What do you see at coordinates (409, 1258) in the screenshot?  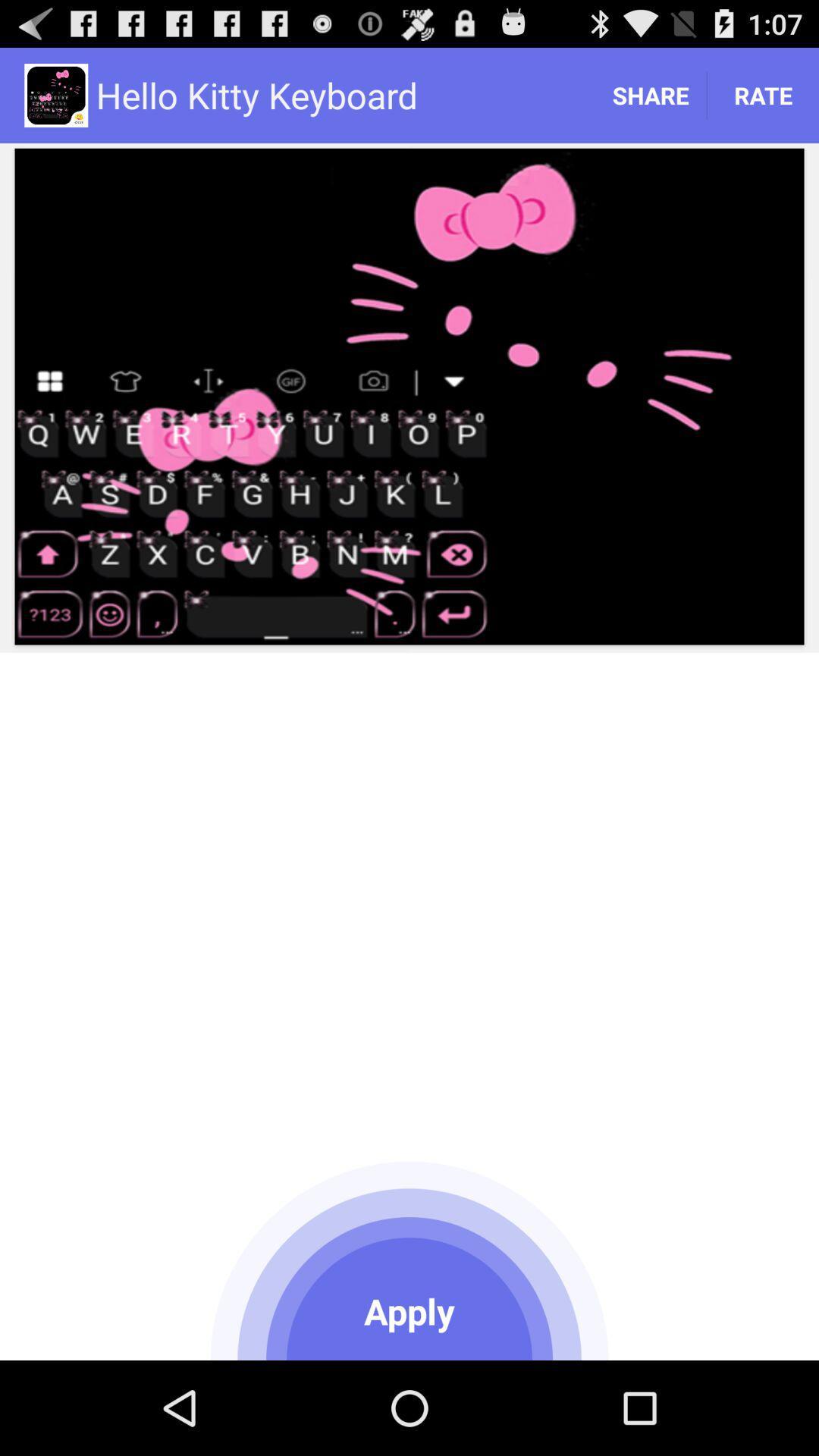 I see `icon at the bottom` at bounding box center [409, 1258].